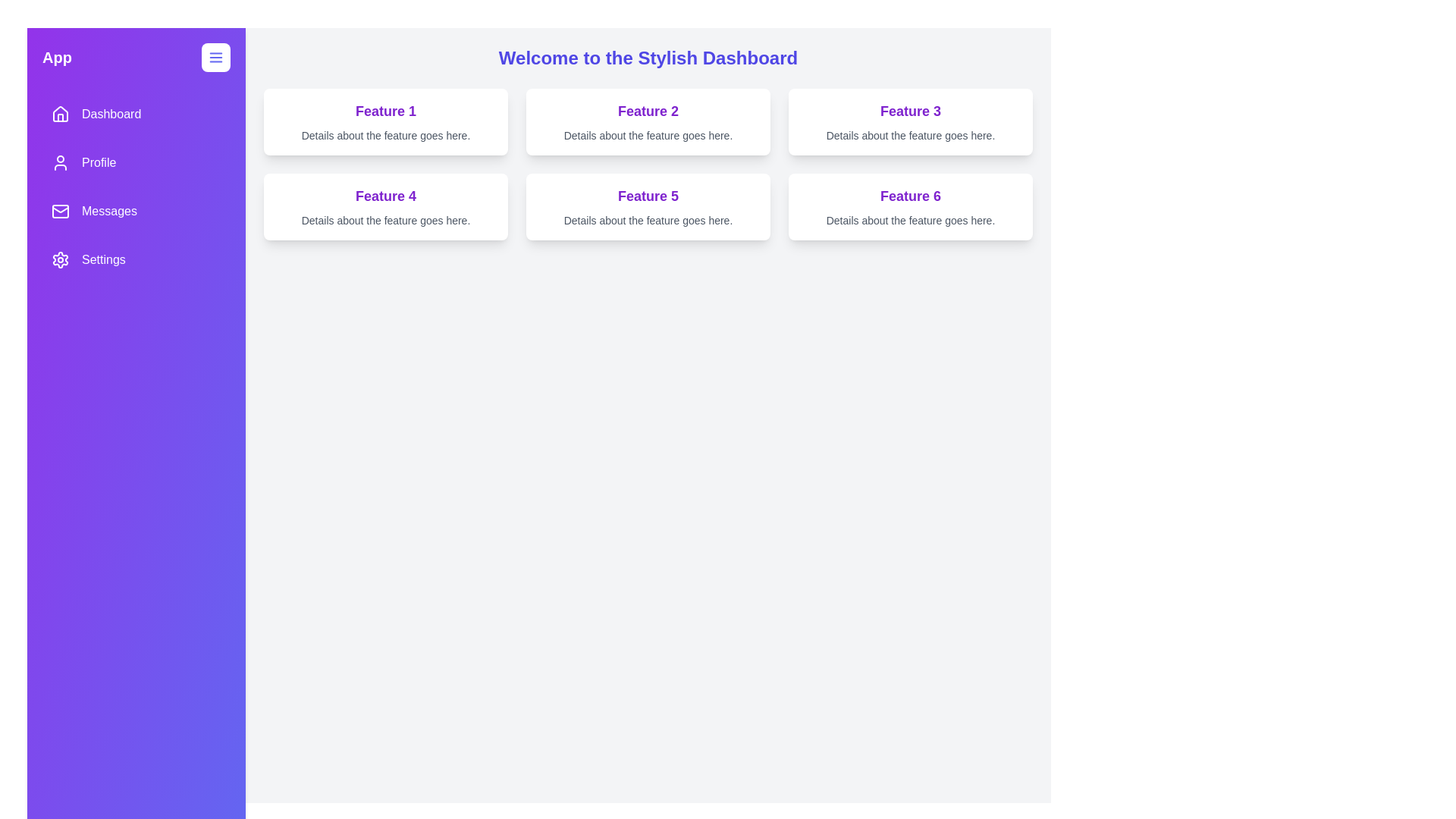 The width and height of the screenshot is (1456, 819). What do you see at coordinates (648, 110) in the screenshot?
I see `the text label displaying 'Feature 2' in bold purple font, which is the heading of the second card in the grid layout` at bounding box center [648, 110].